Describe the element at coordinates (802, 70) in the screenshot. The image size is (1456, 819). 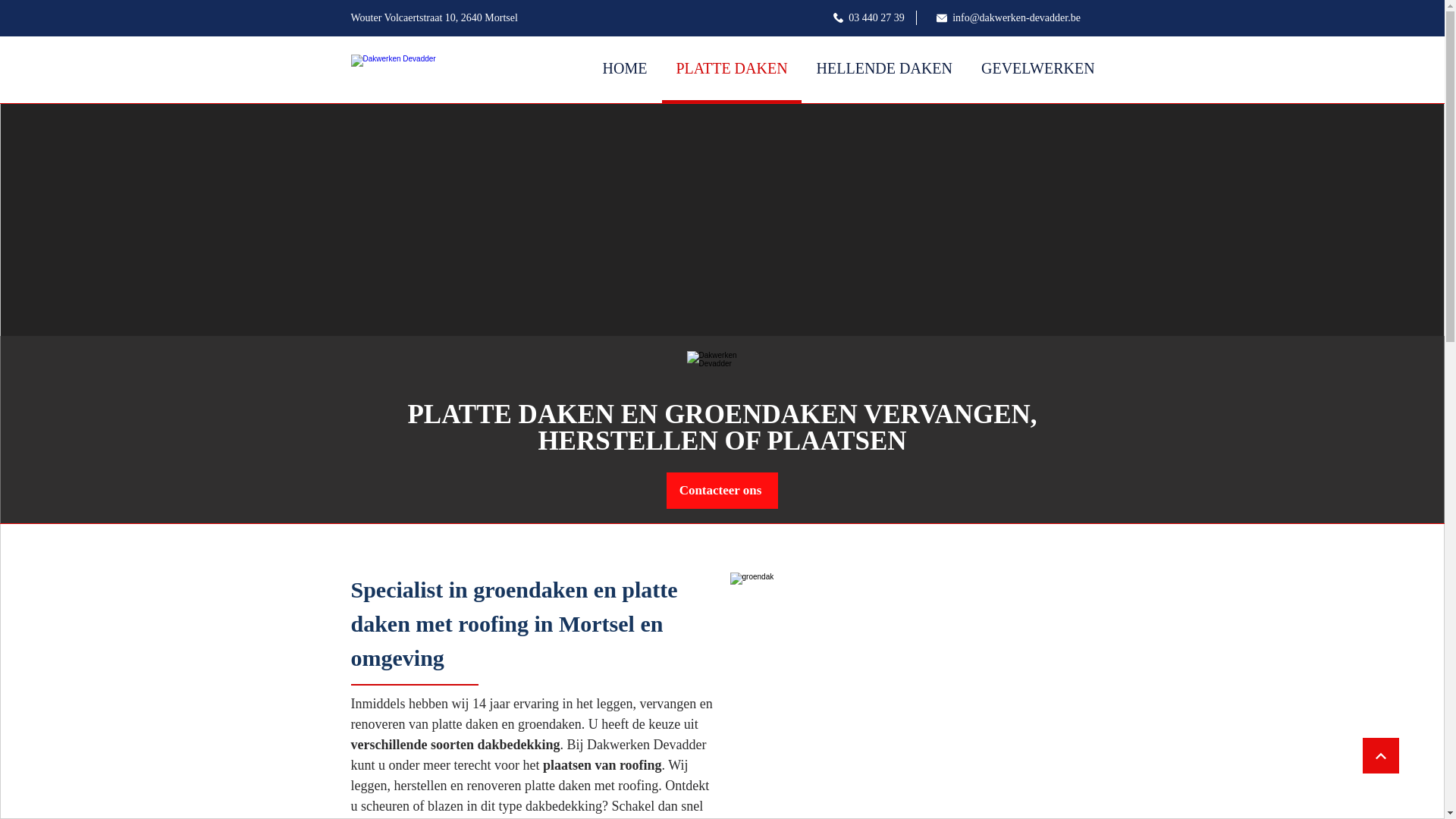
I see `'HELLENDE DAKEN'` at that location.